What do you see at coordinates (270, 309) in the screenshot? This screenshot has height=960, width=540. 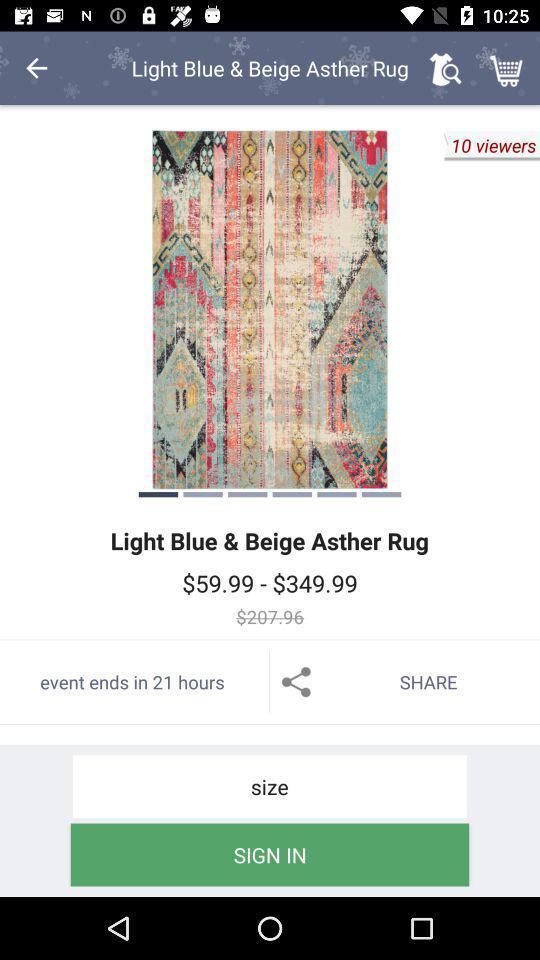 I see `to view full screen` at bounding box center [270, 309].